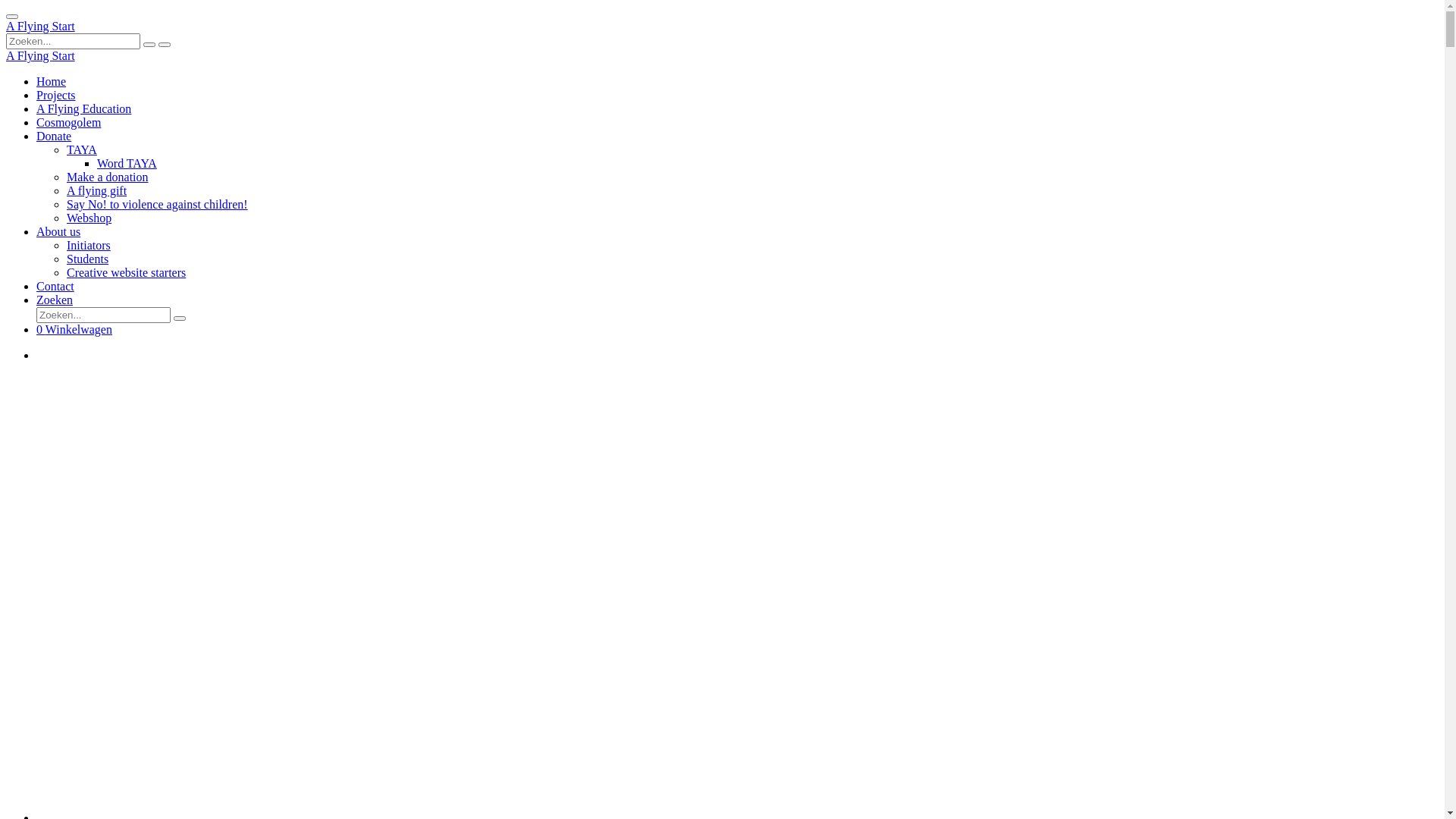  Describe the element at coordinates (80, 149) in the screenshot. I see `'TAYA'` at that location.